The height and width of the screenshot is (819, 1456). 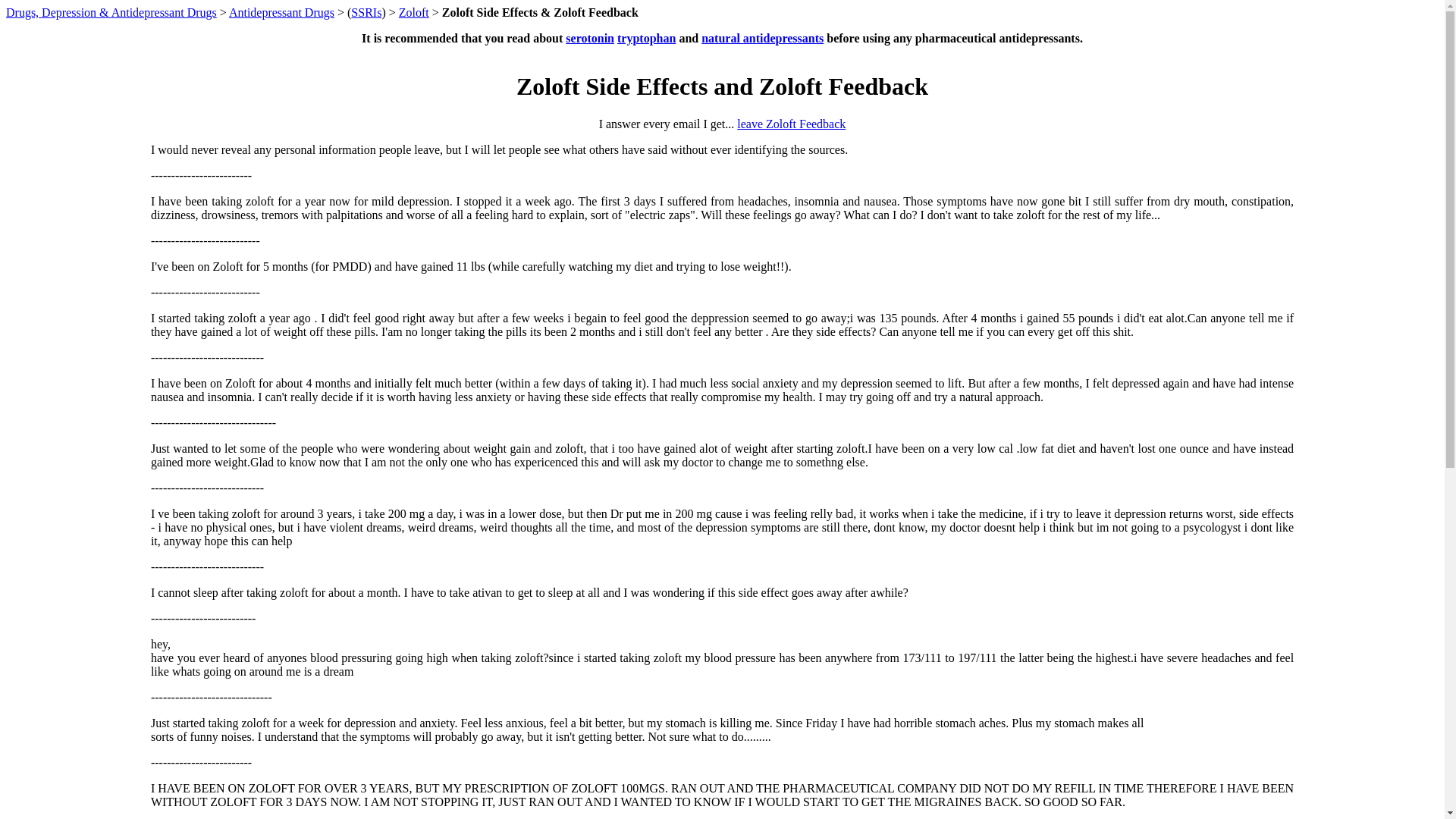 I want to click on 'natural antidepressants', so click(x=762, y=37).